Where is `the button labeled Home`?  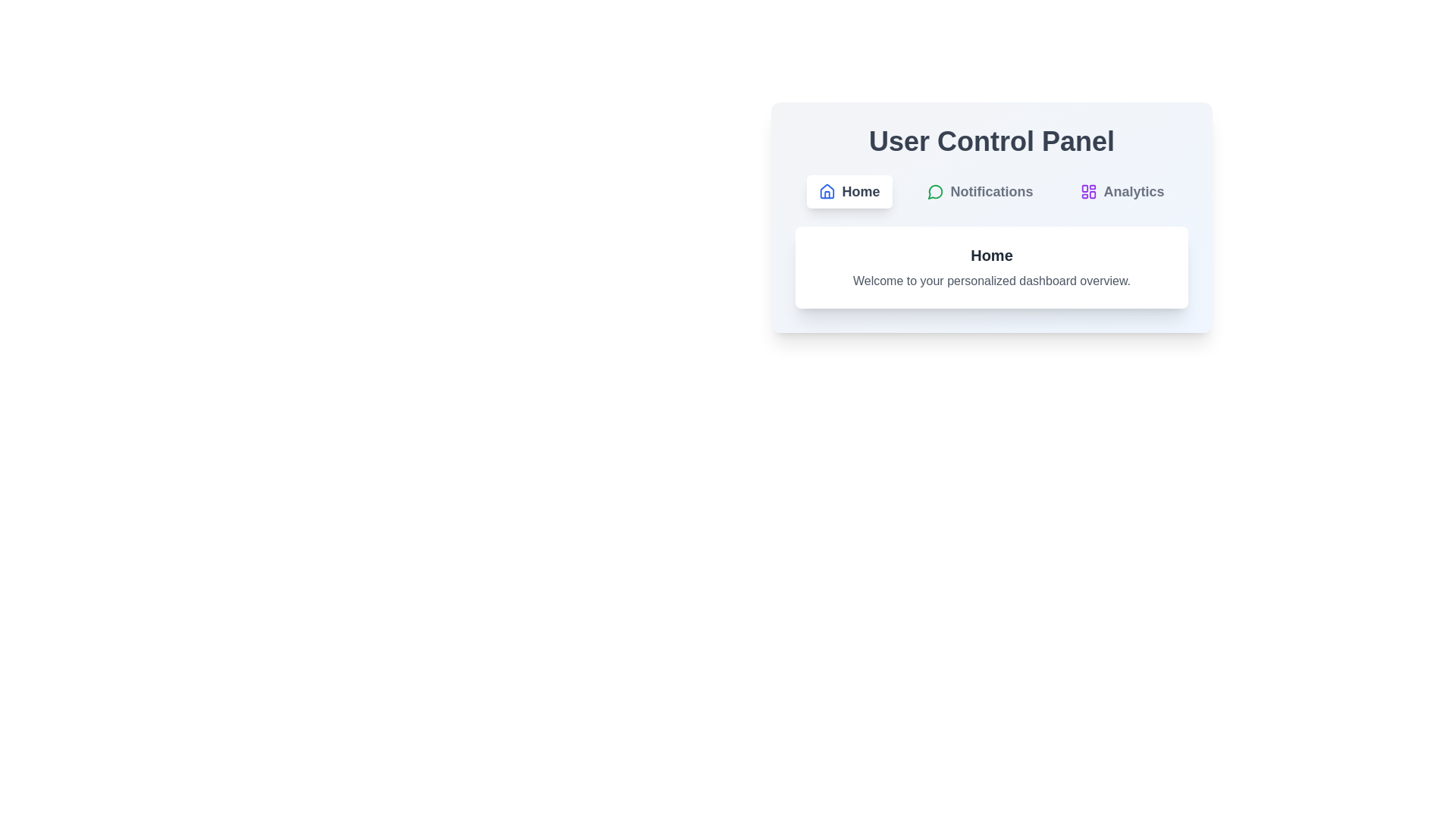
the button labeled Home is located at coordinates (848, 191).